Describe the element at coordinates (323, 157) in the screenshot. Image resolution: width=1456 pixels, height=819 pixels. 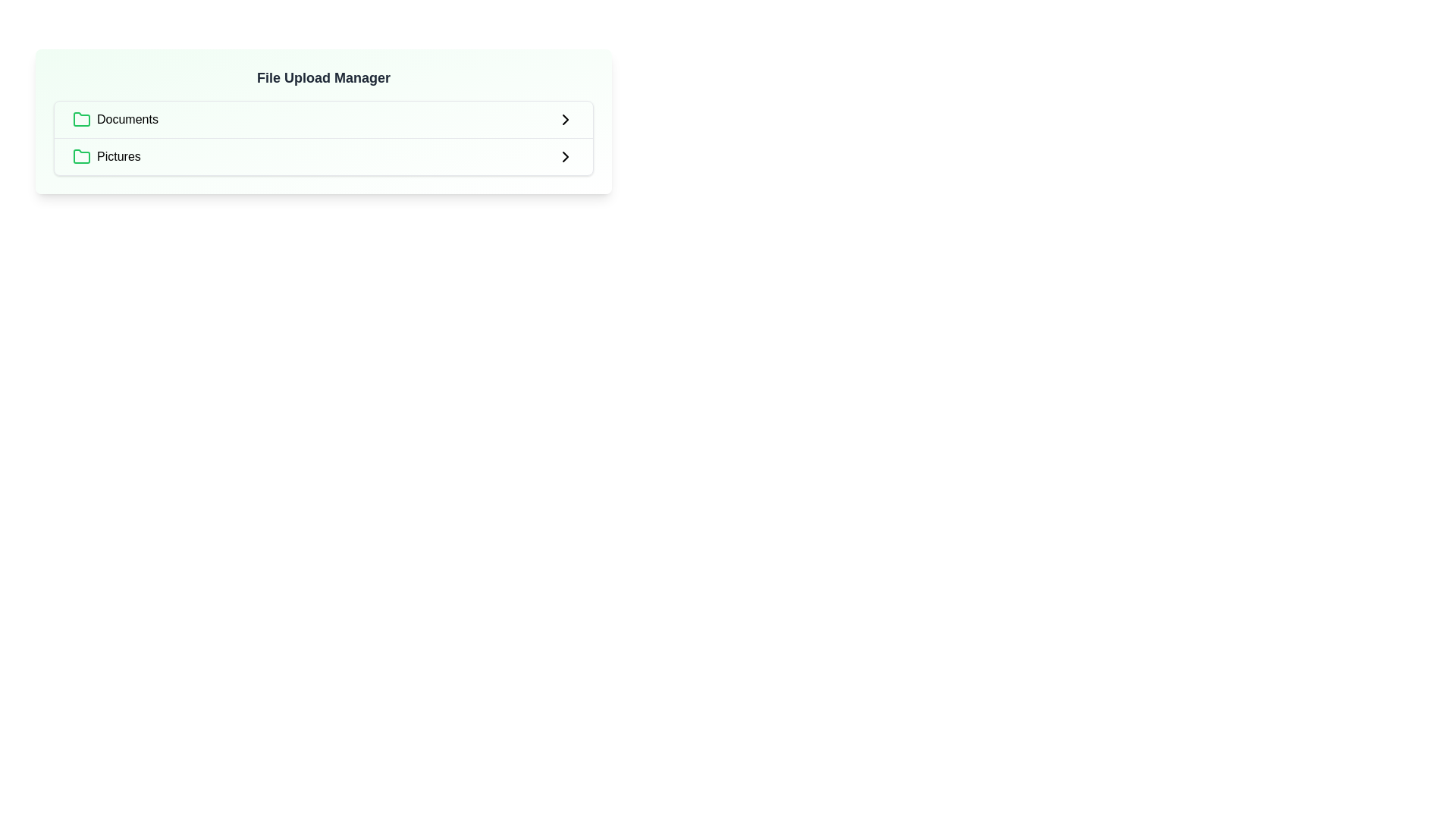
I see `the 'Pictures' folder row item located` at that location.